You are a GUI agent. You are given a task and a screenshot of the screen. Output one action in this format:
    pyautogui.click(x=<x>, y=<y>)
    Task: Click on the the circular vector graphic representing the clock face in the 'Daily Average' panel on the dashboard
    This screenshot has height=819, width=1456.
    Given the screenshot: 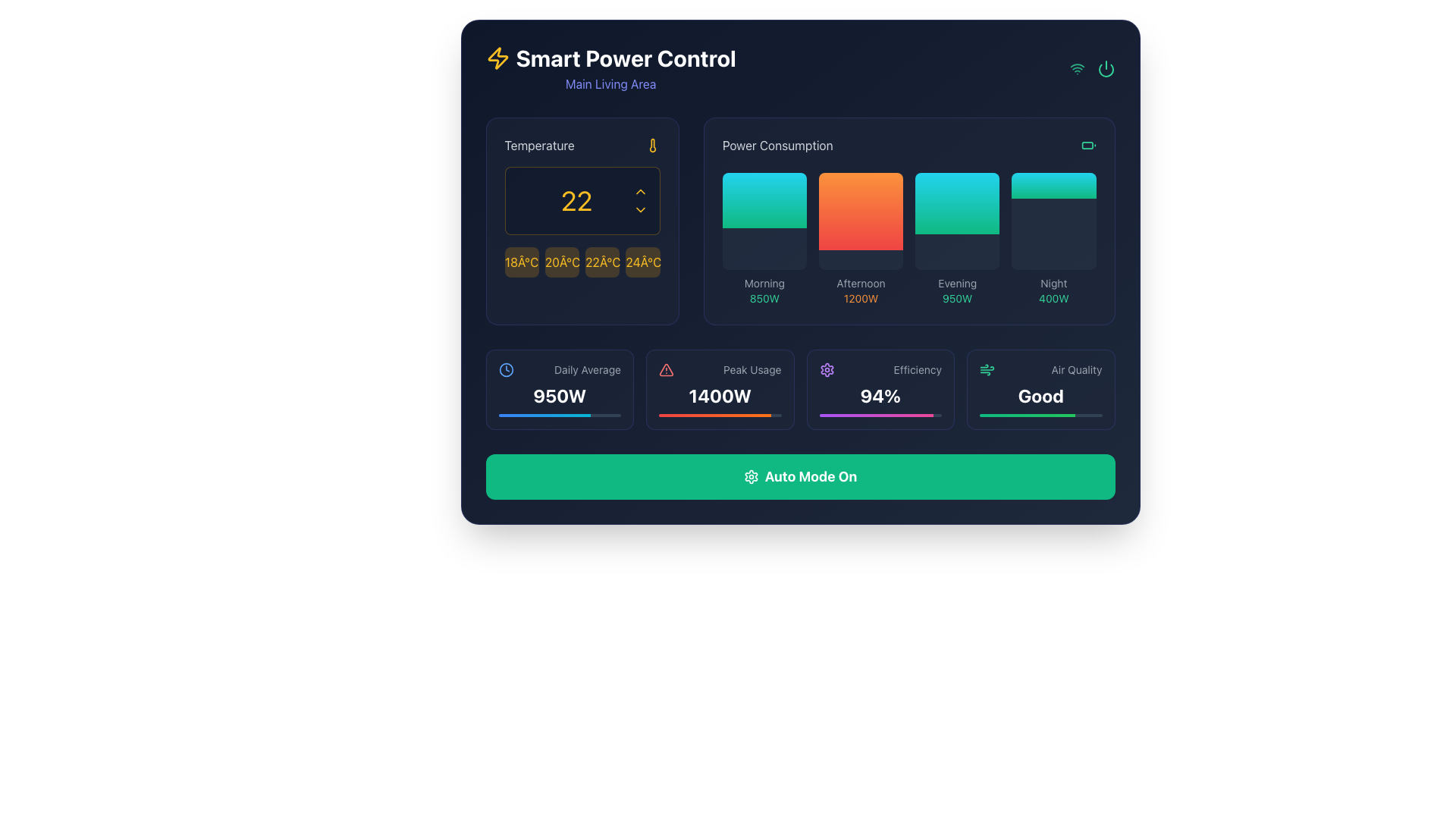 What is the action you would take?
    pyautogui.click(x=506, y=370)
    